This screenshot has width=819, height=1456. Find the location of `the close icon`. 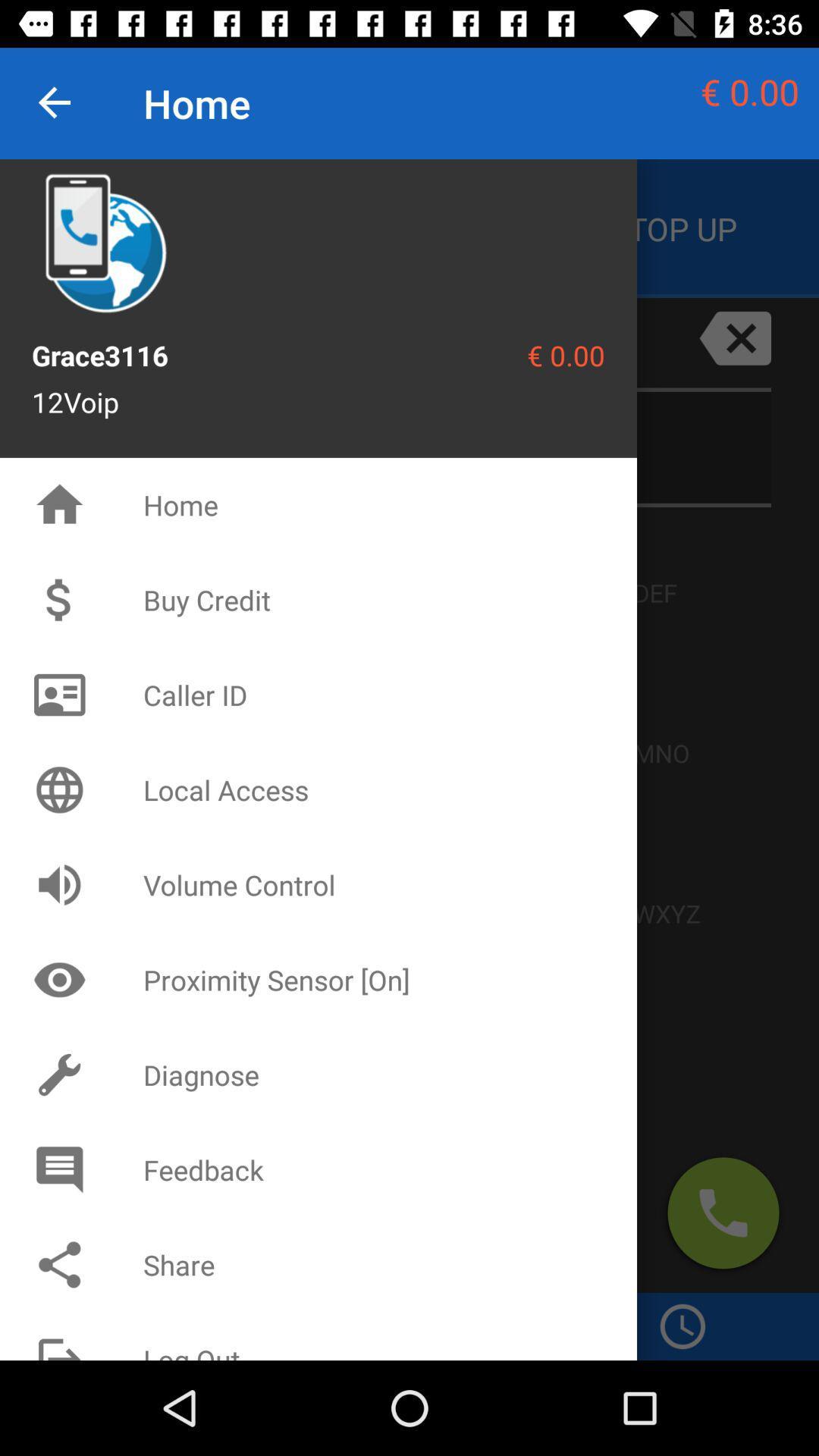

the close icon is located at coordinates (734, 337).